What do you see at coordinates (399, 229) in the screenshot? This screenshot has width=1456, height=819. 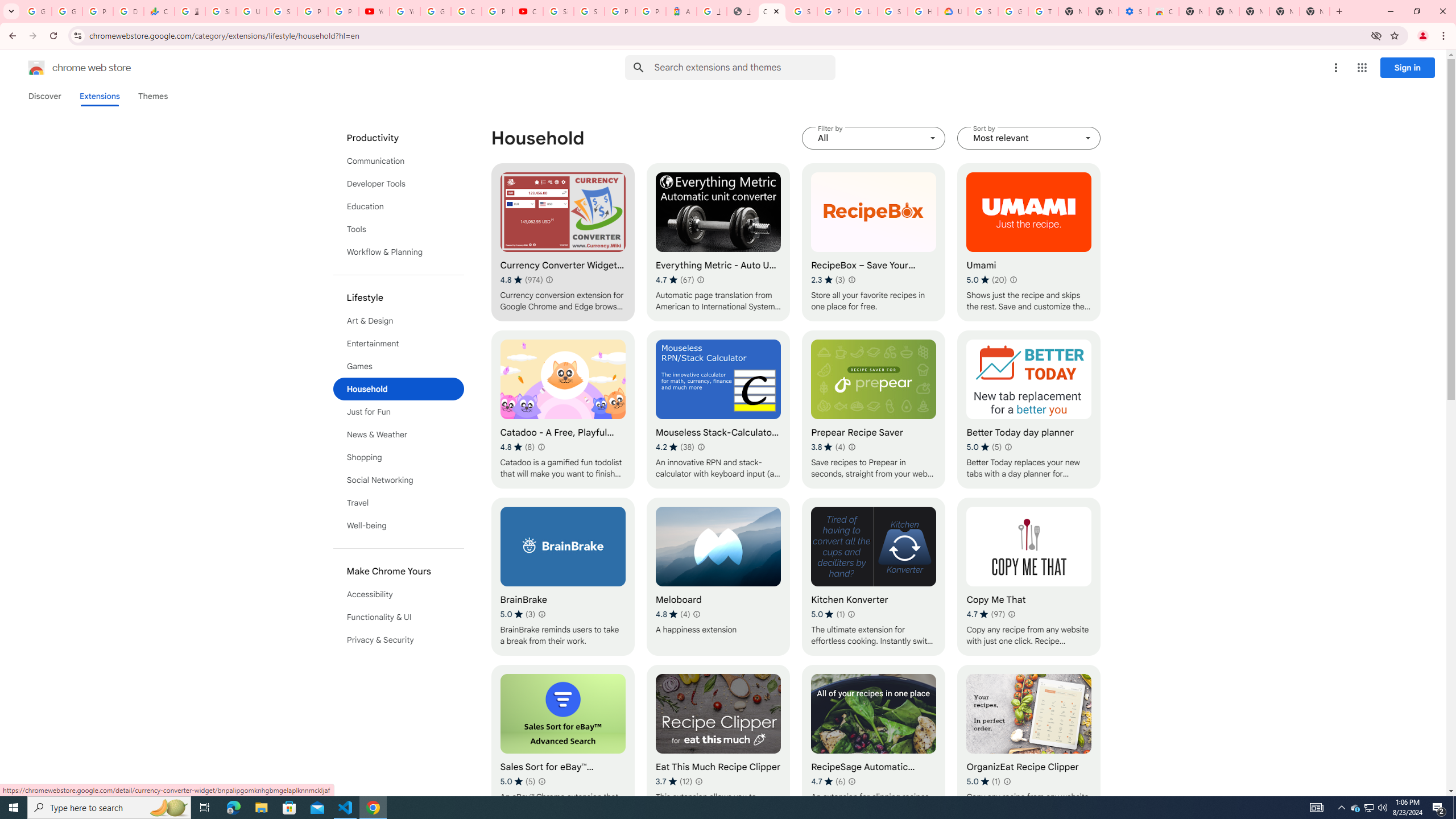 I see `'Tools'` at bounding box center [399, 229].